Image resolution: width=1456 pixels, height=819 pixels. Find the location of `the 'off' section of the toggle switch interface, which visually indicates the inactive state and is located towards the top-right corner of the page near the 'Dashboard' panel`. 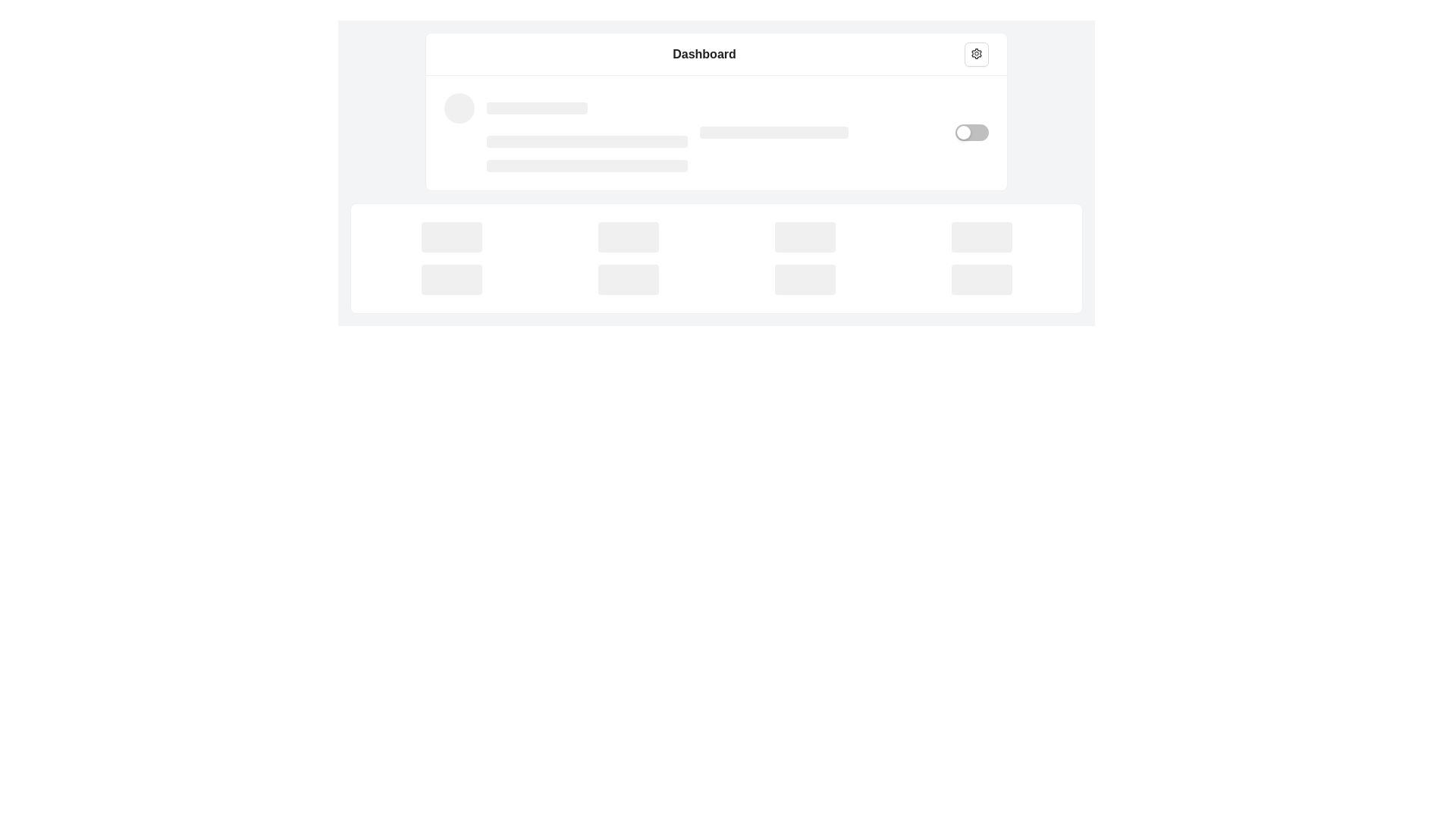

the 'off' section of the toggle switch interface, which visually indicates the inactive state and is located towards the top-right corner of the page near the 'Dashboard' panel is located at coordinates (977, 131).